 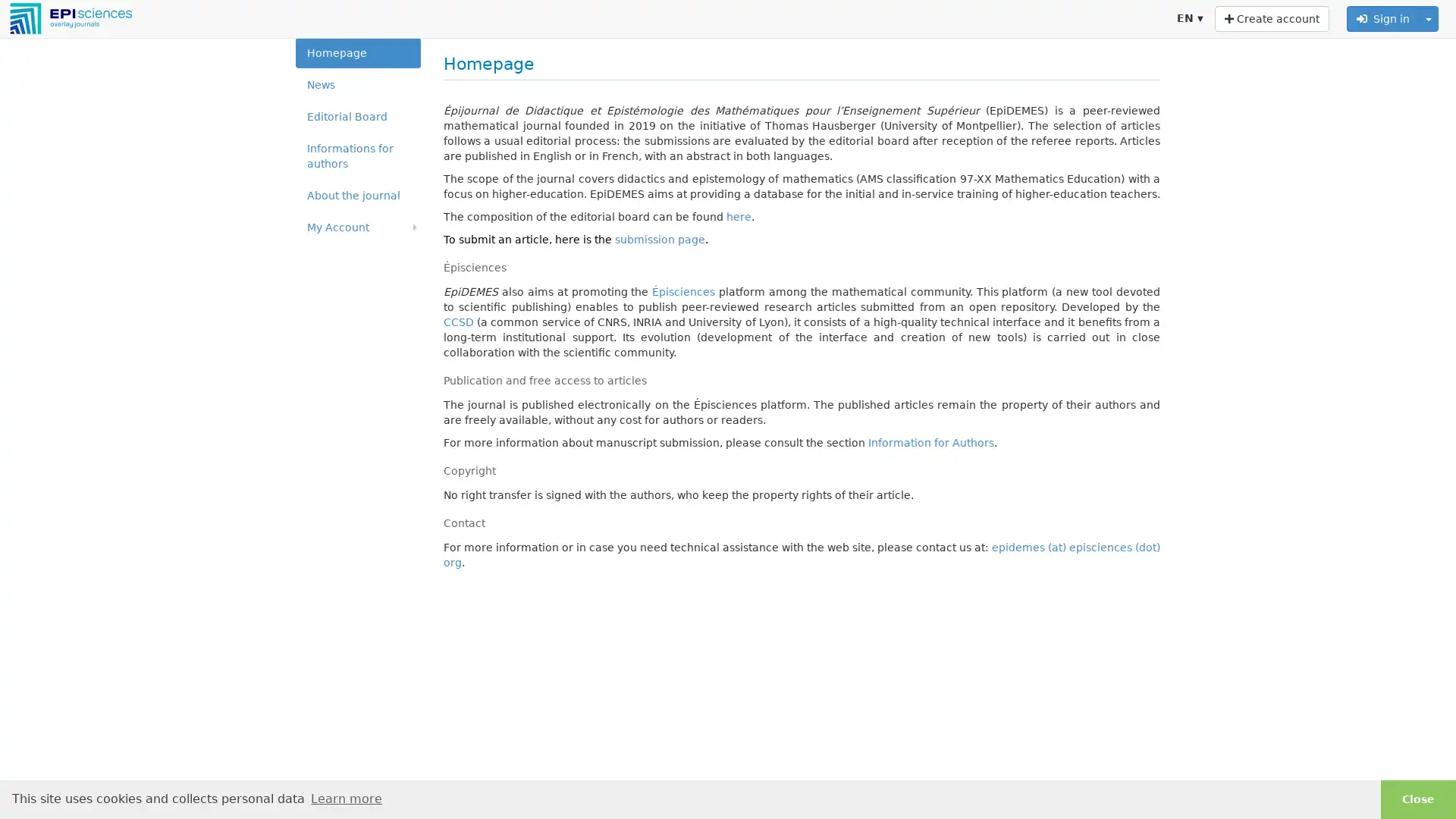 What do you see at coordinates (345, 798) in the screenshot?
I see `learn more about cookies` at bounding box center [345, 798].